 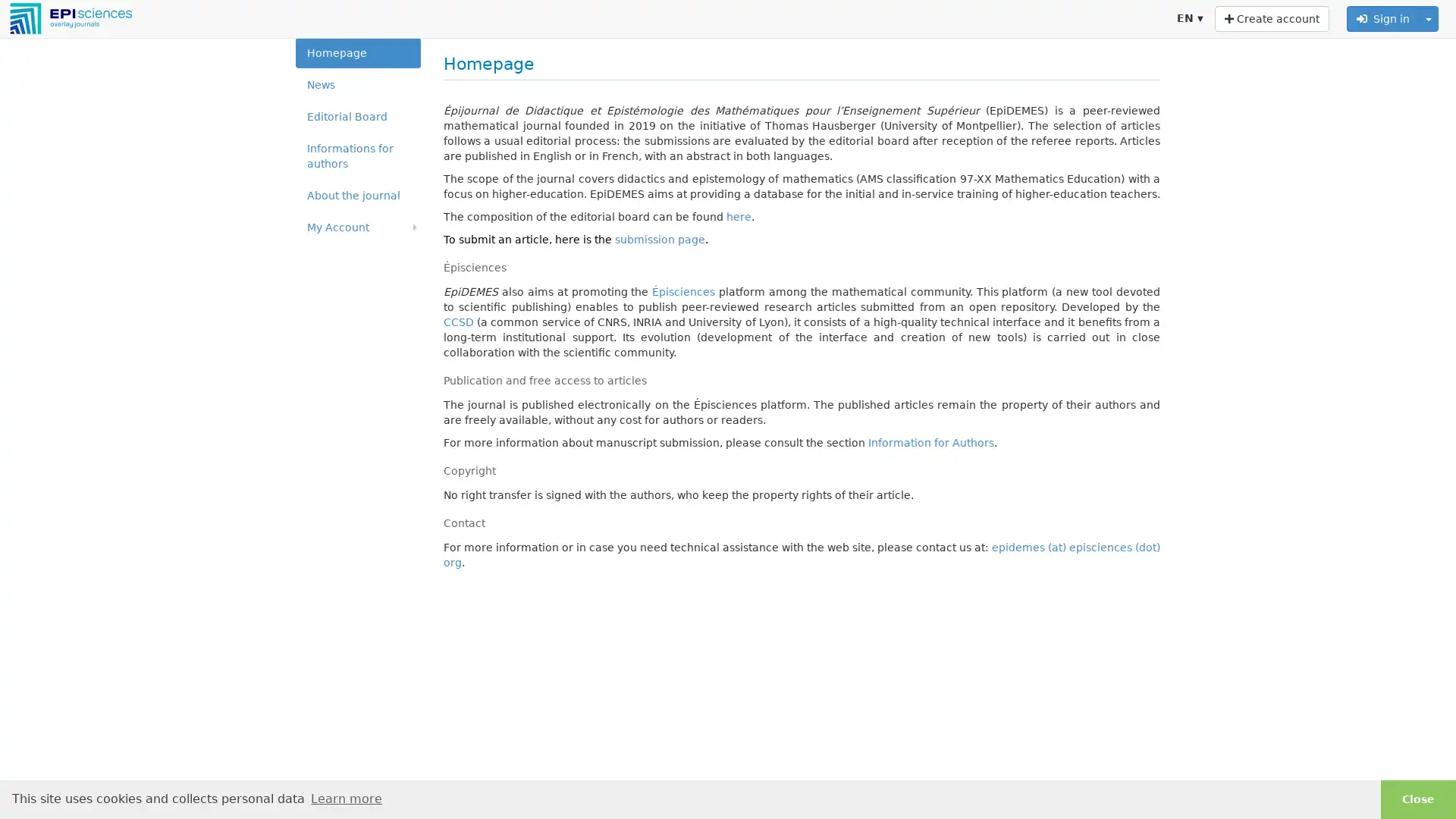 What do you see at coordinates (345, 798) in the screenshot?
I see `learn more about cookies` at bounding box center [345, 798].